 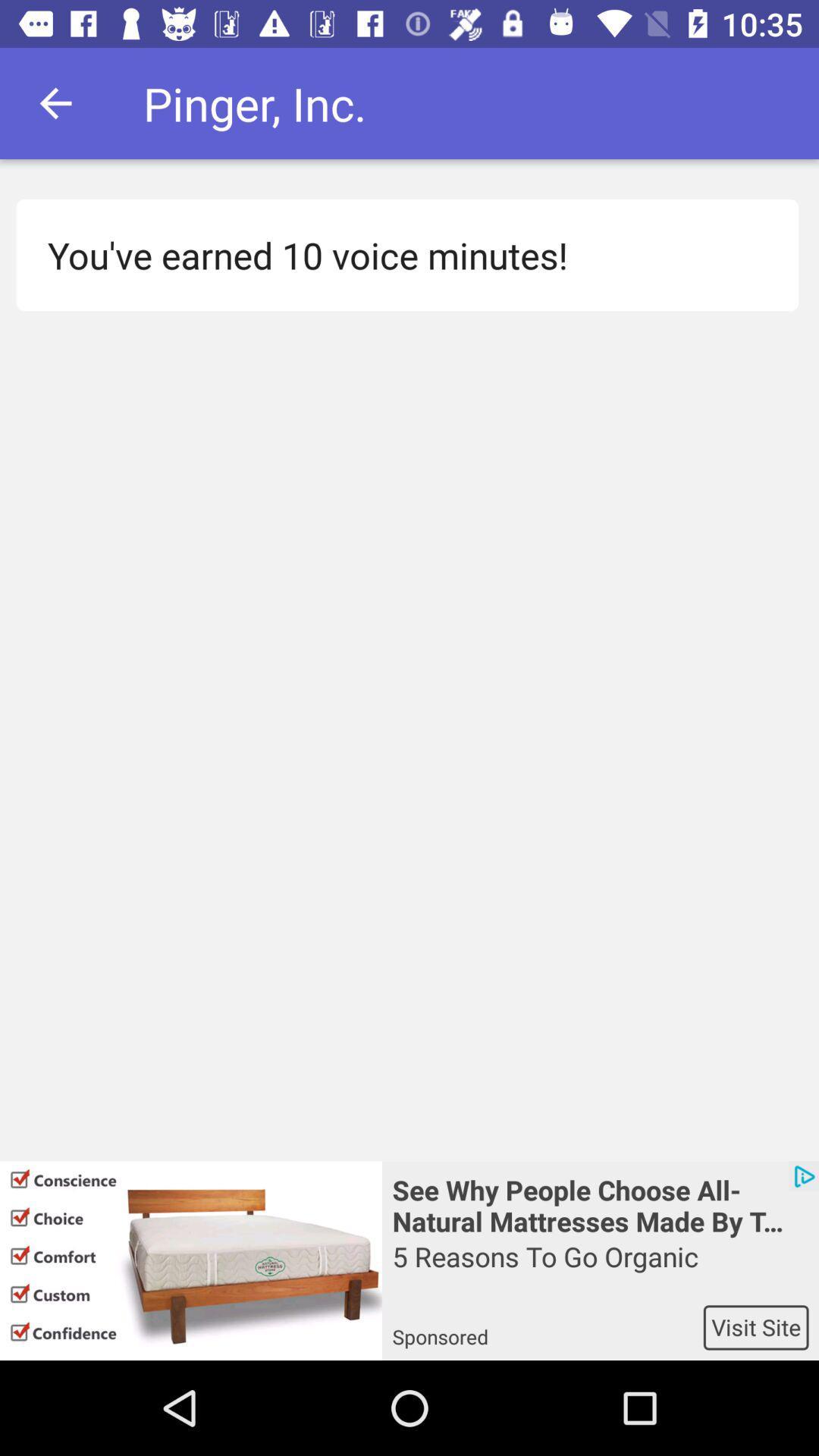 What do you see at coordinates (599, 1271) in the screenshot?
I see `the 5 reasons to app` at bounding box center [599, 1271].